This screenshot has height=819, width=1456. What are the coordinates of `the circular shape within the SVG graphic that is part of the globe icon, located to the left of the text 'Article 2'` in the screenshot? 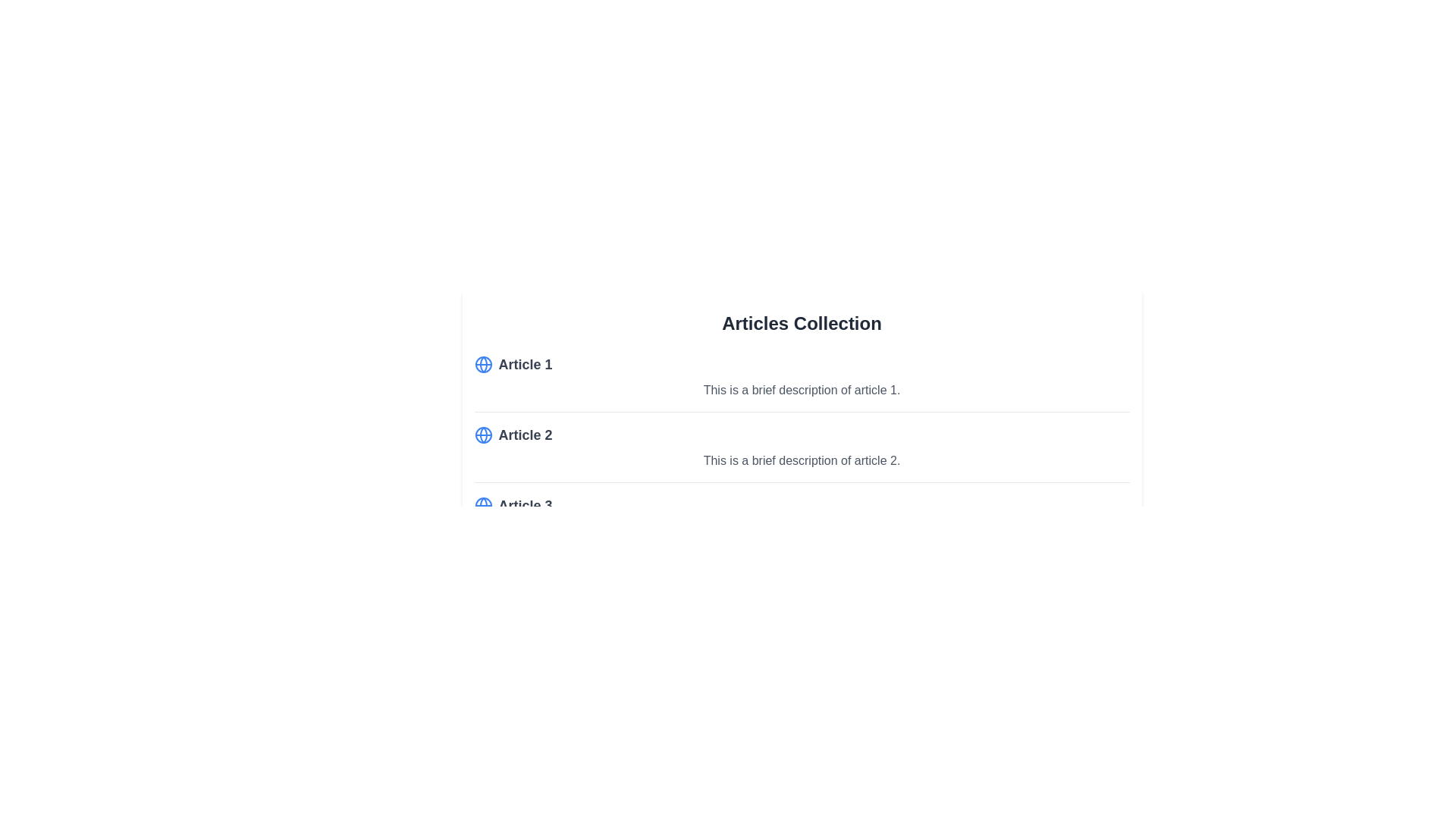 It's located at (482, 365).